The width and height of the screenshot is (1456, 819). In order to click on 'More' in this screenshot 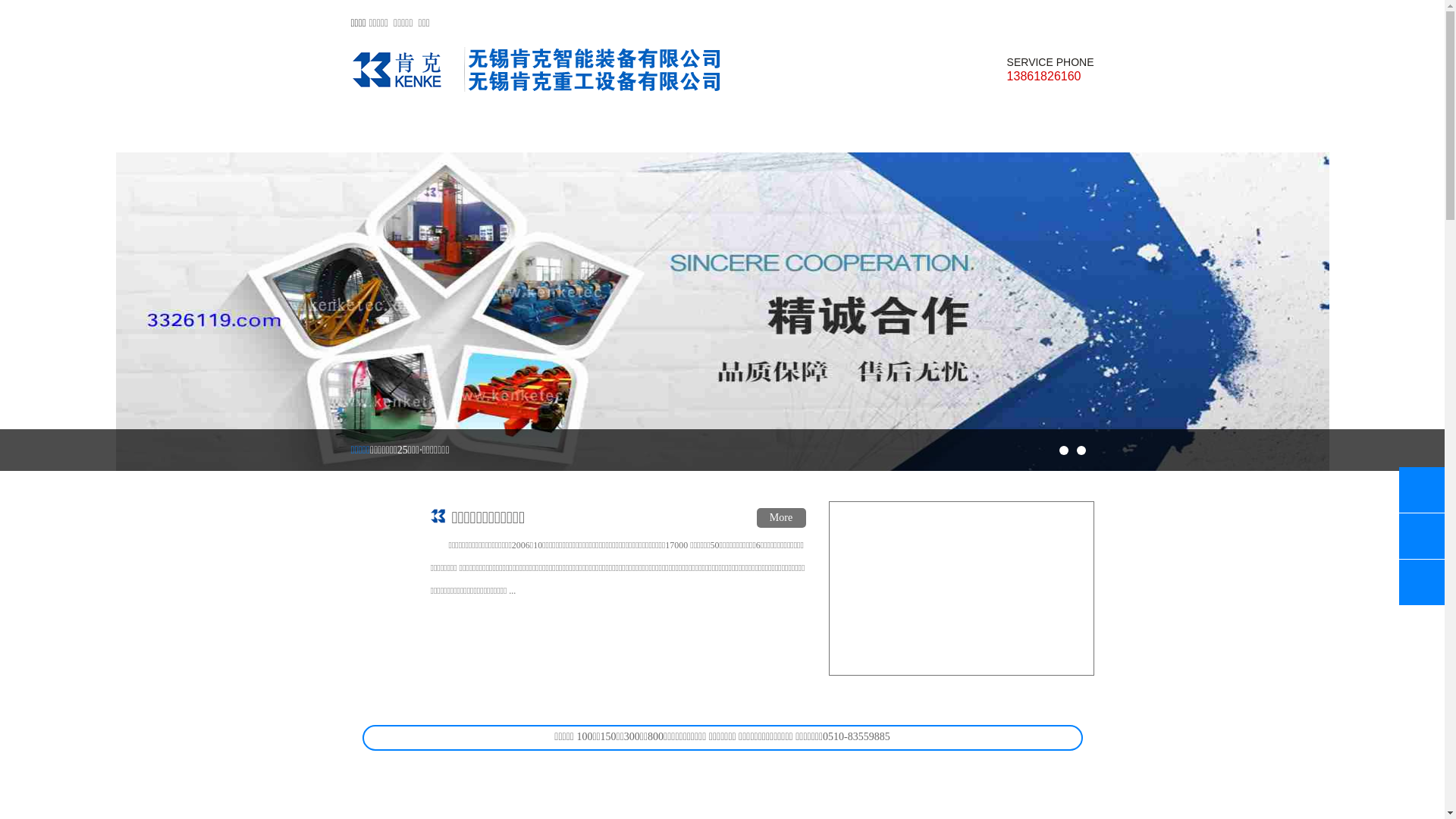, I will do `click(781, 516)`.